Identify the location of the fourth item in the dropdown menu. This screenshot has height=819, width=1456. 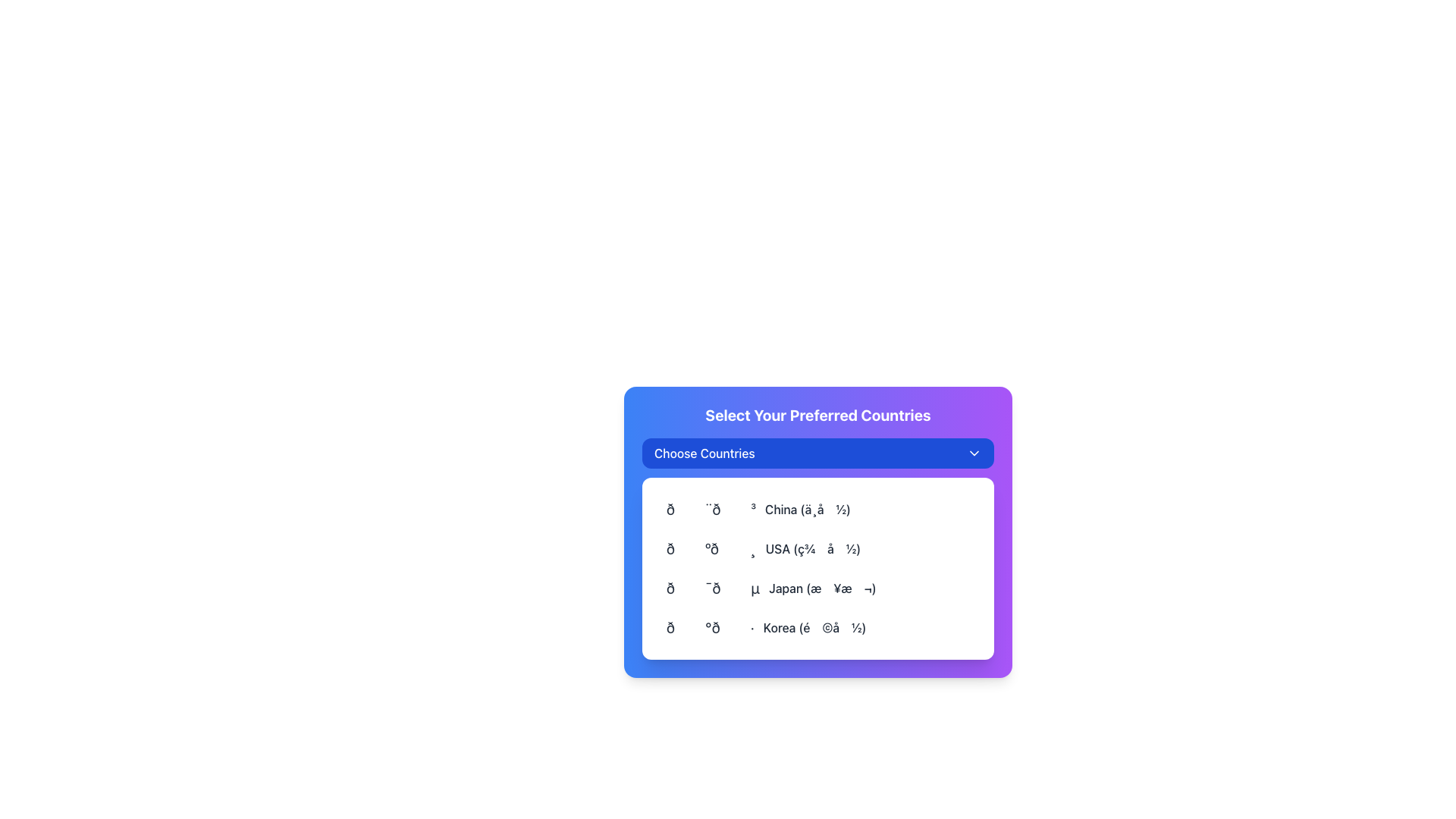
(766, 628).